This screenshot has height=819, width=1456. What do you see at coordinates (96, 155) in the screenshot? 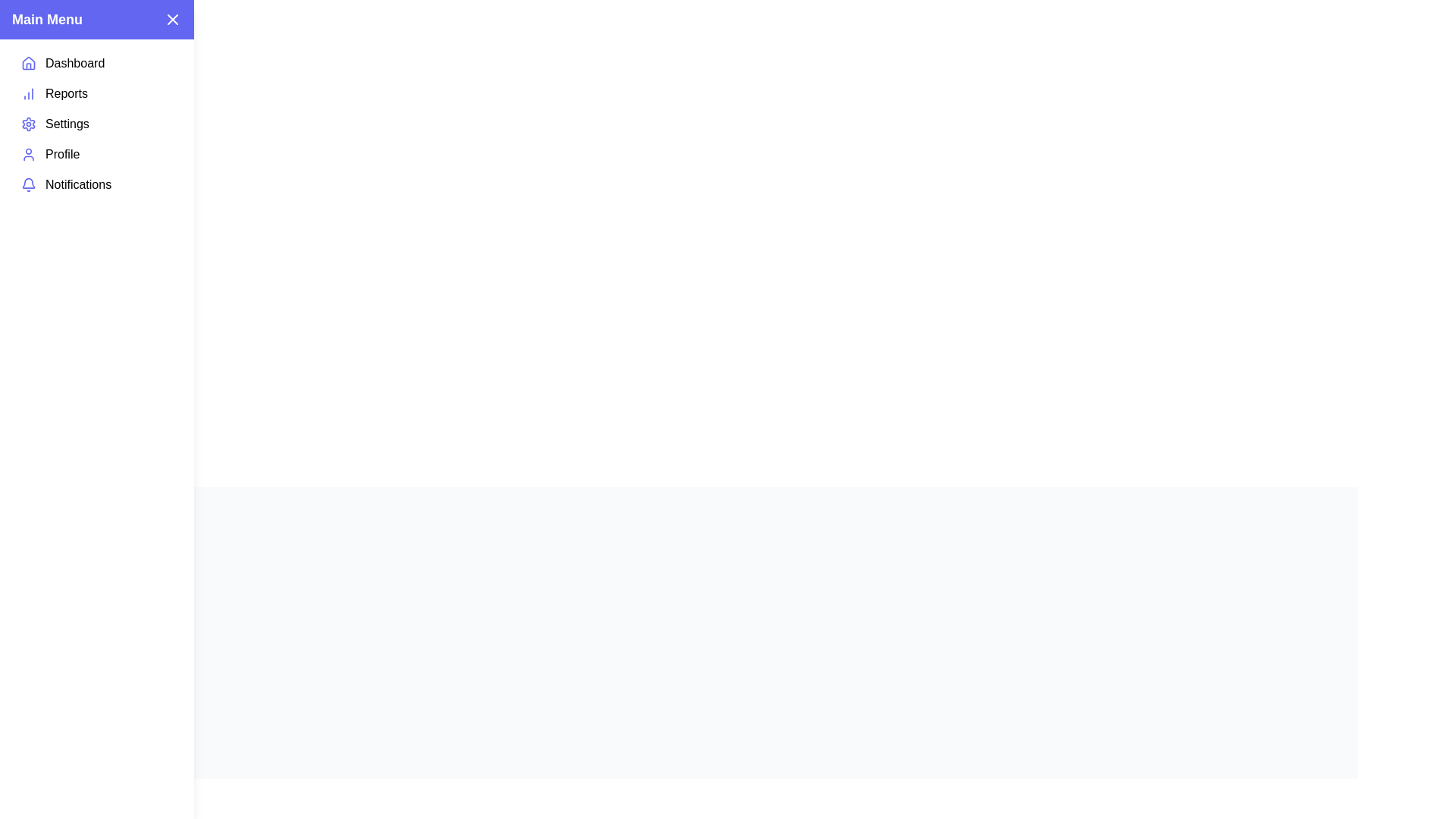
I see `the 'Profile' menu item, the fourth item in the sidebar menu` at bounding box center [96, 155].